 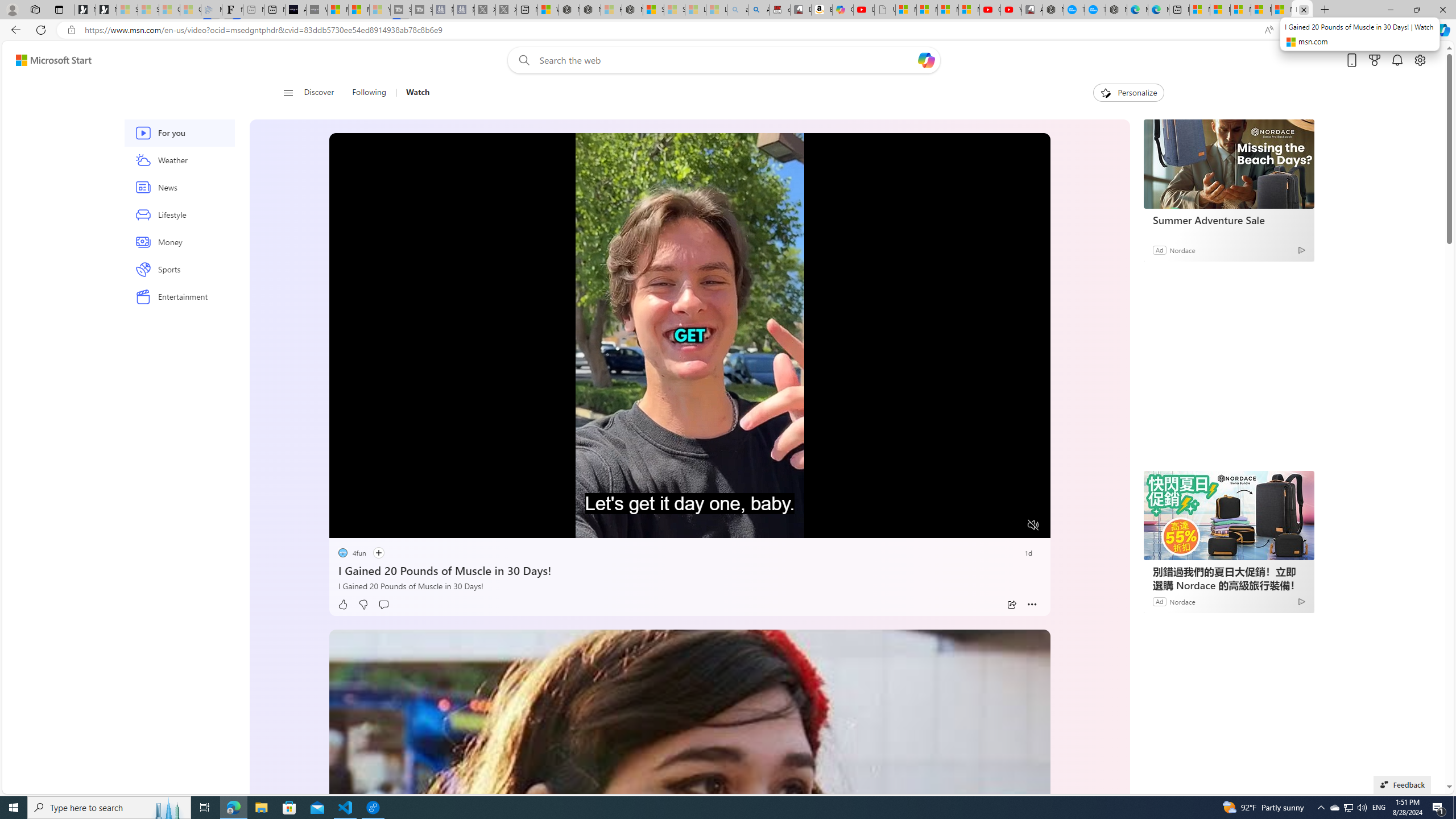 What do you see at coordinates (1374, 60) in the screenshot?
I see `'Microsoft rewards'` at bounding box center [1374, 60].